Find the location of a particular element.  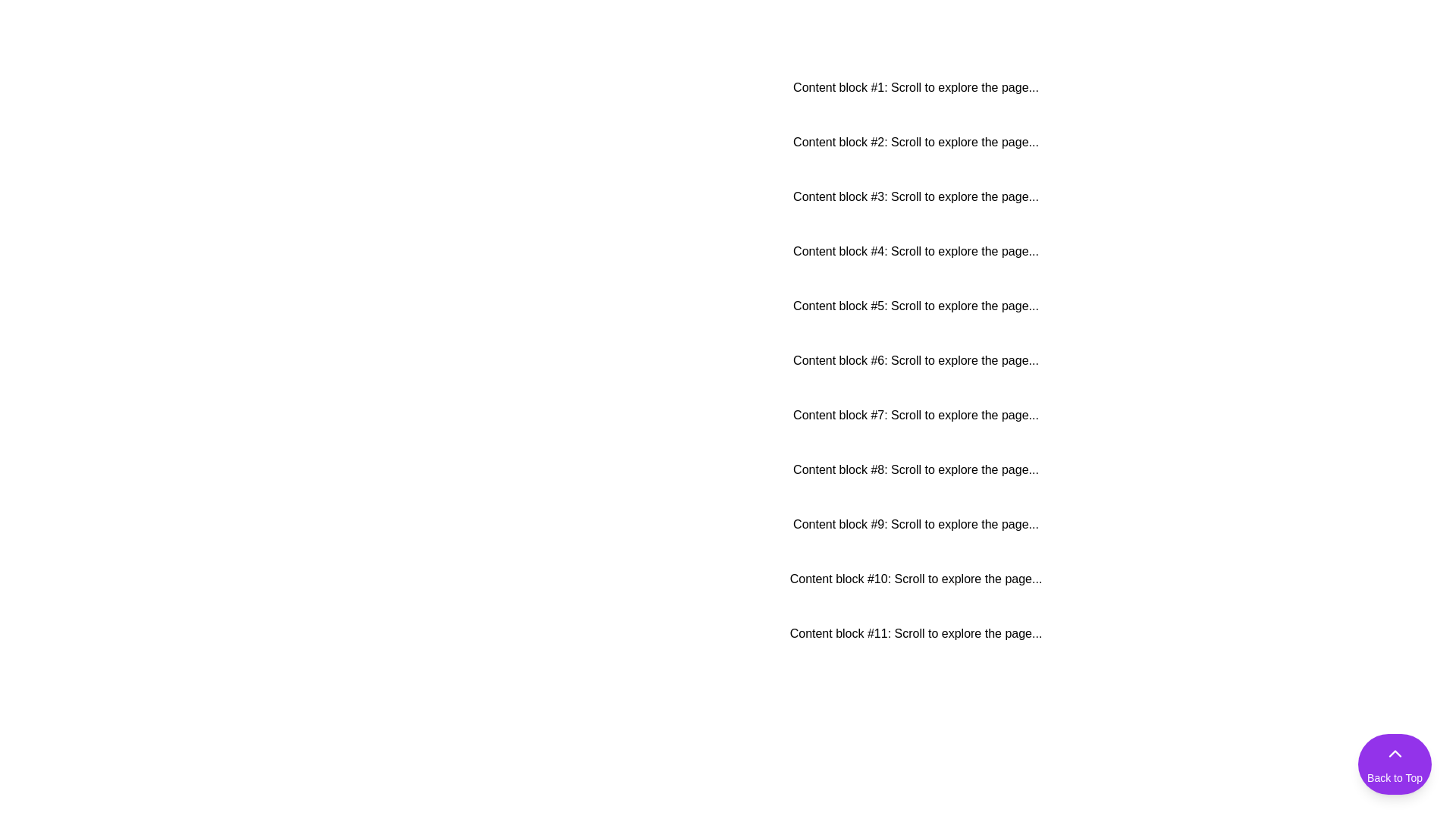

the 11th item in the vertically stacked list of static text elements, which is positioned between 'Content block #10' and 'Content block #12' is located at coordinates (915, 634).